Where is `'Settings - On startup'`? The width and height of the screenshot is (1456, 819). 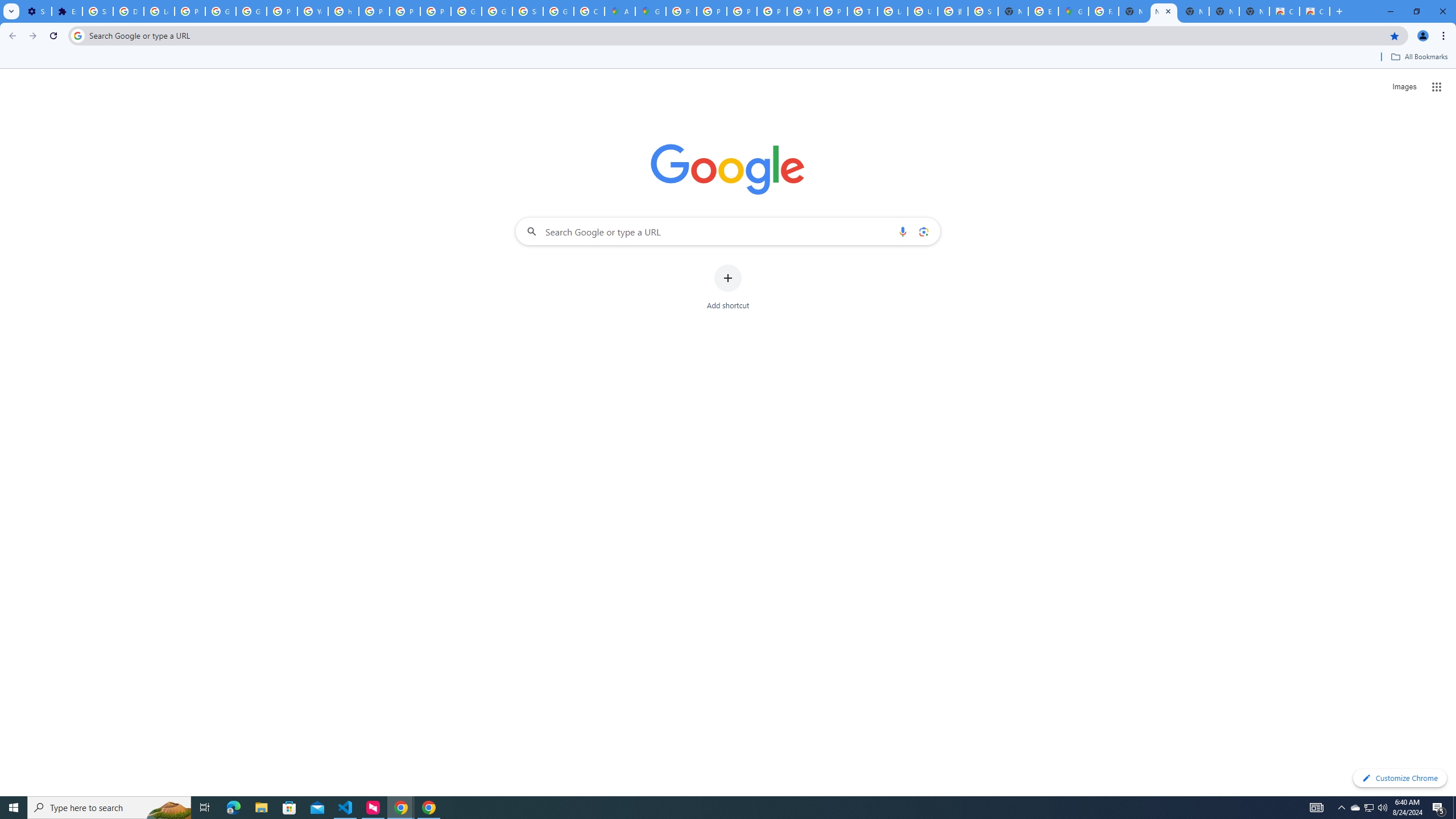 'Settings - On startup' is located at coordinates (36, 11).